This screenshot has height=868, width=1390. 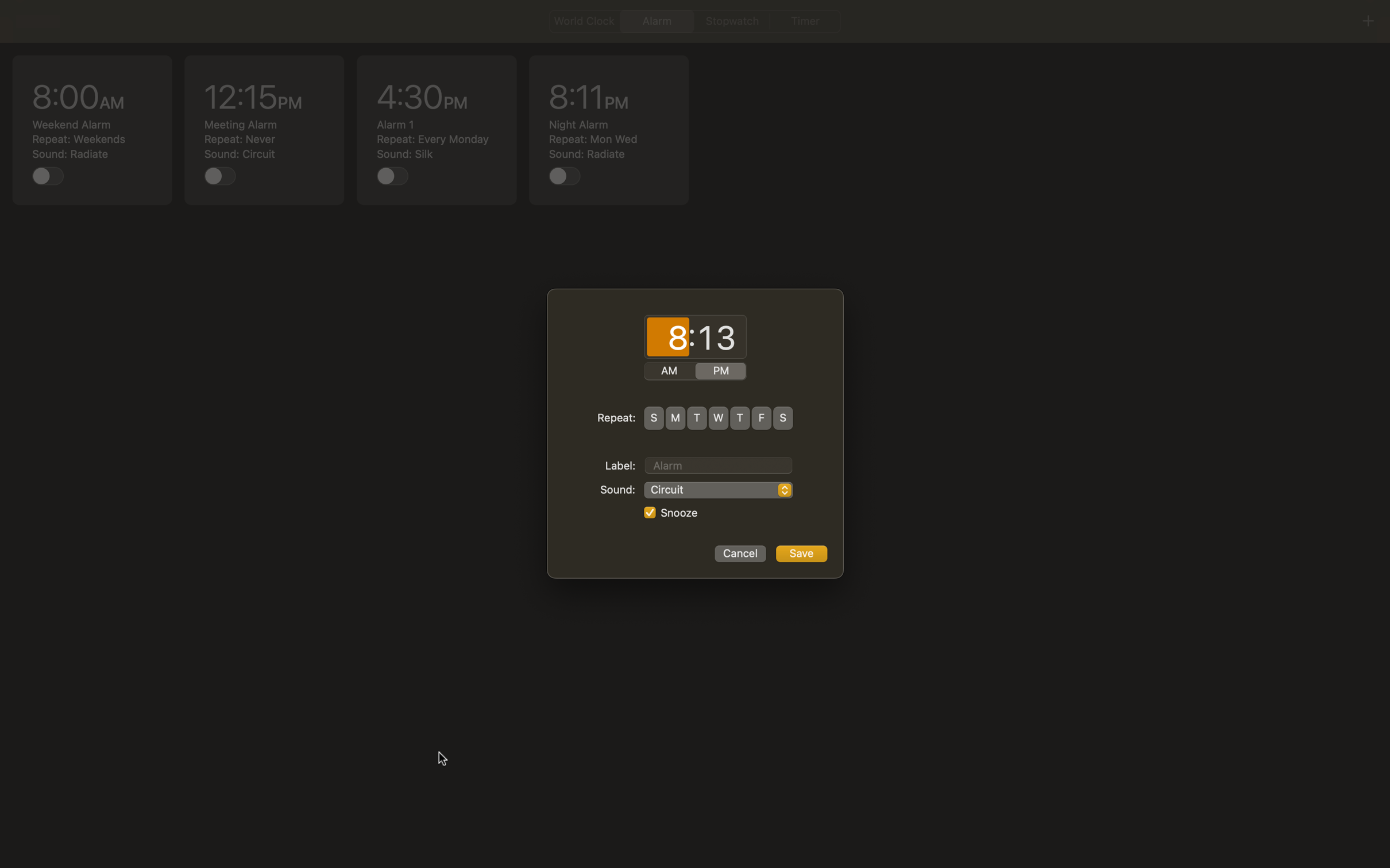 What do you see at coordinates (718, 490) in the screenshot?
I see `Pick "Rock Music" as the sound option` at bounding box center [718, 490].